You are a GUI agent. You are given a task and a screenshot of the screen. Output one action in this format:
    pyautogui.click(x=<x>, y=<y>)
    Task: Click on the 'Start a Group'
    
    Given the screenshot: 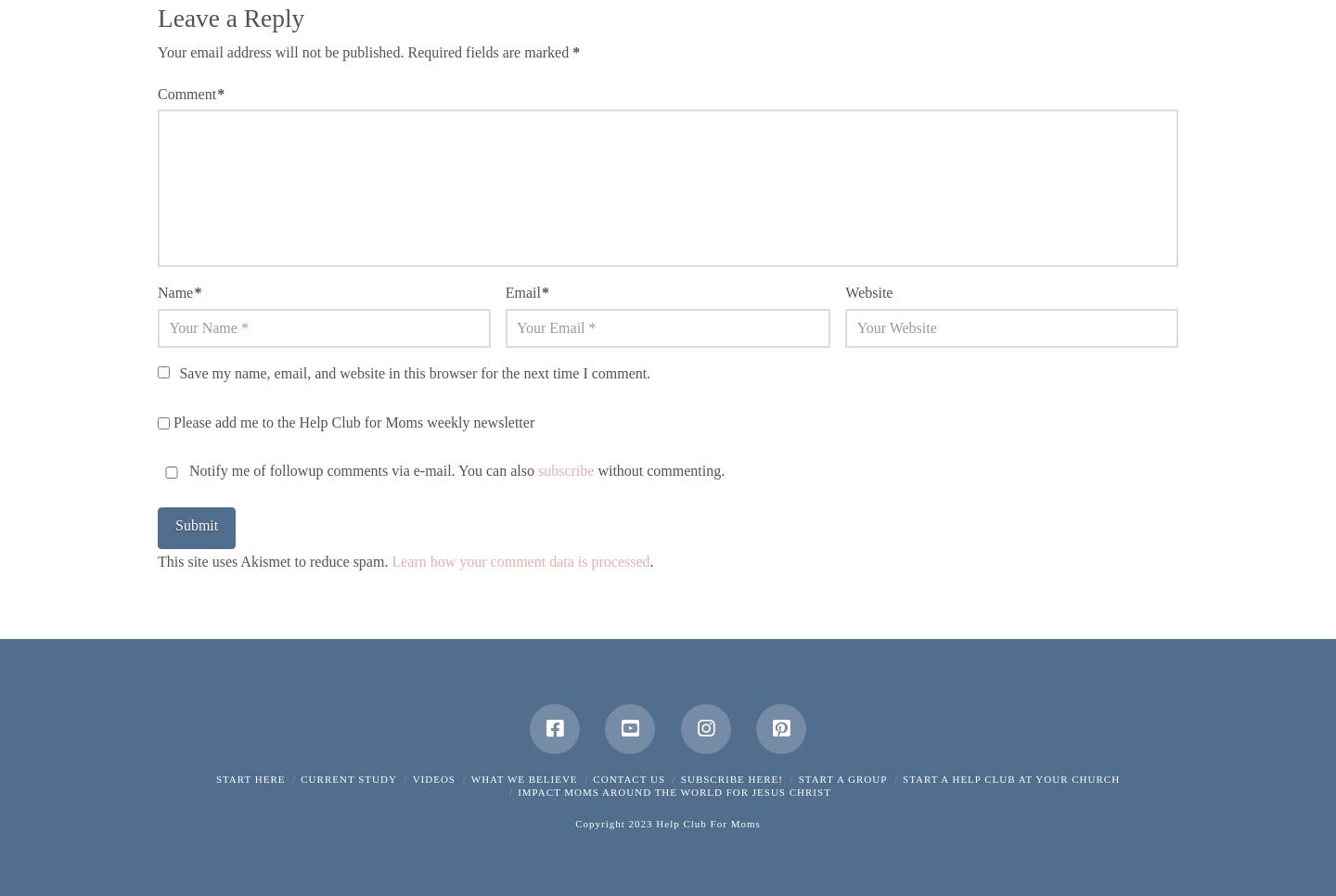 What is the action you would take?
    pyautogui.click(x=842, y=776)
    